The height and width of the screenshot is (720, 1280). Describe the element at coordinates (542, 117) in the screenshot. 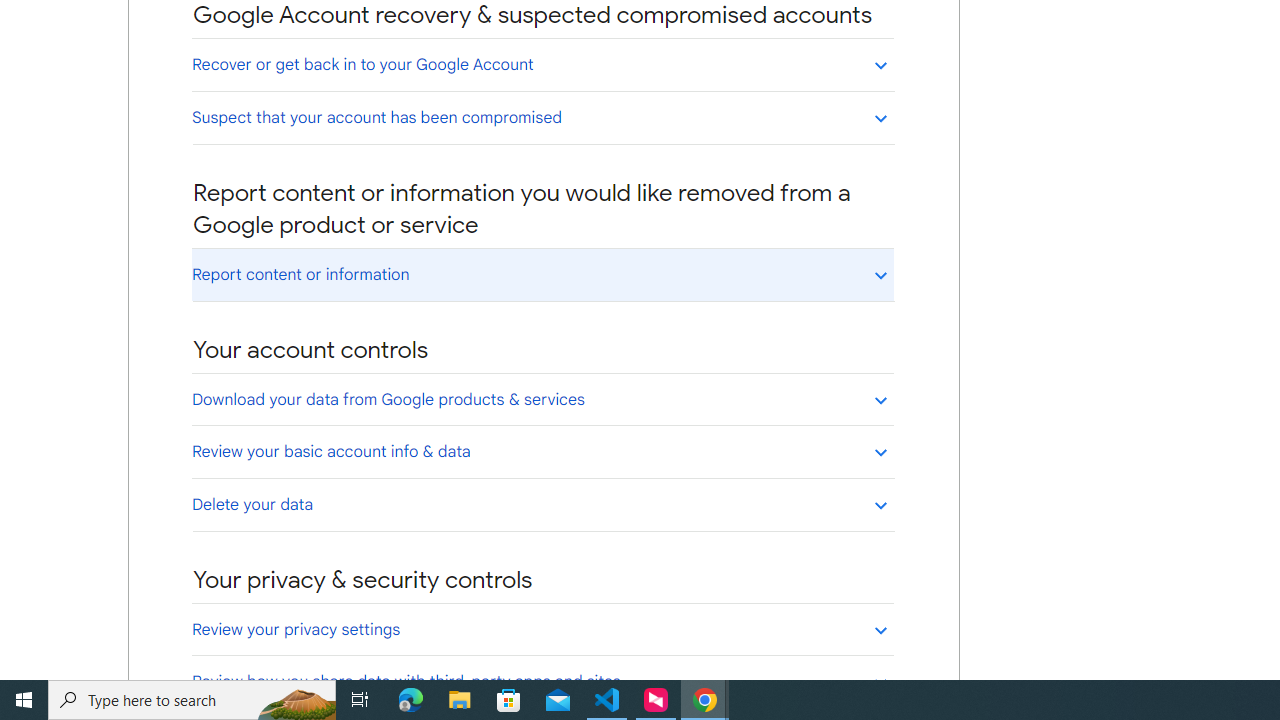

I see `'Suspect that your account has been compromised'` at that location.